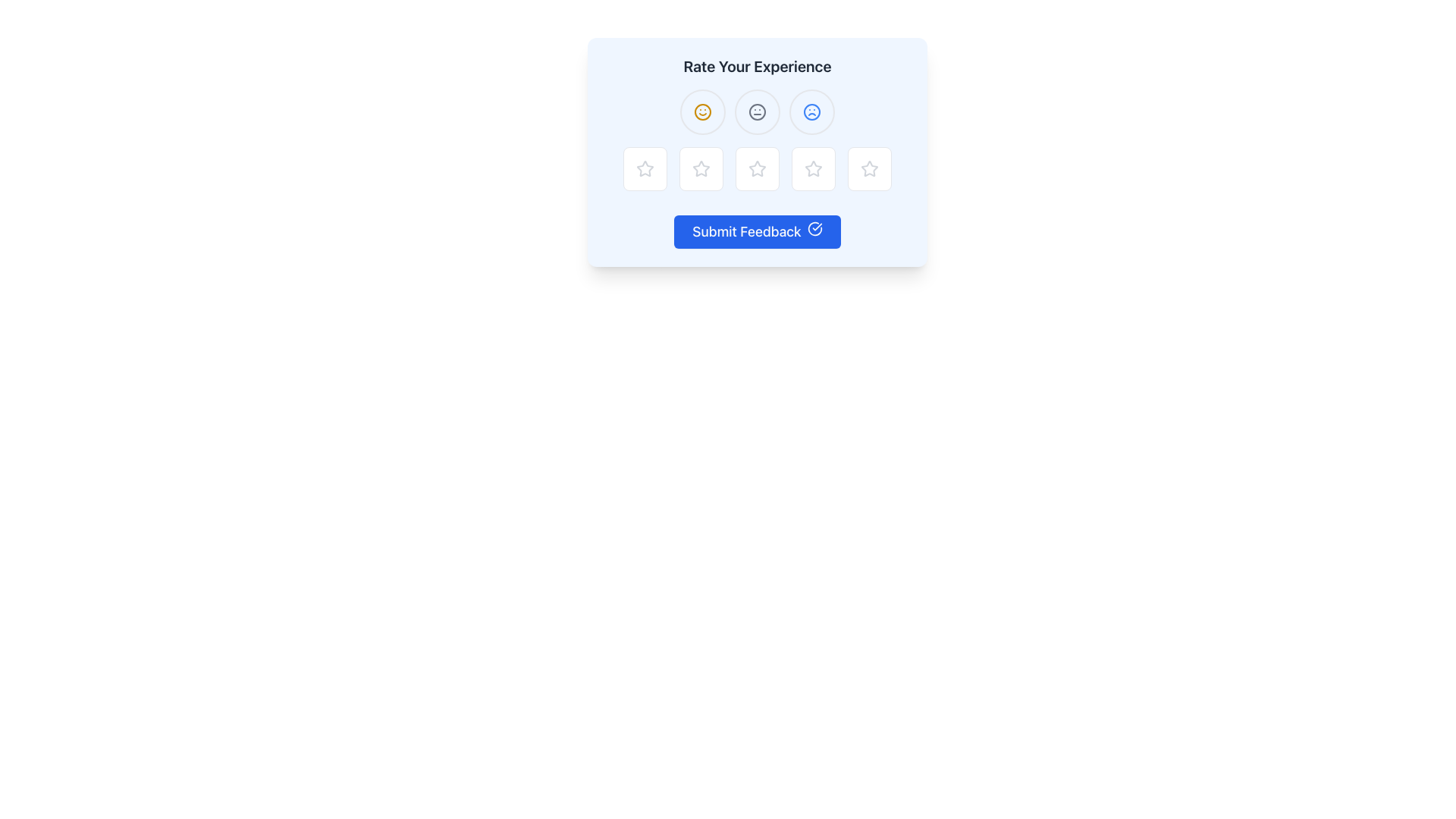 The width and height of the screenshot is (1456, 819). What do you see at coordinates (645, 169) in the screenshot?
I see `the first star-shaped rating button in the interactive rating component` at bounding box center [645, 169].